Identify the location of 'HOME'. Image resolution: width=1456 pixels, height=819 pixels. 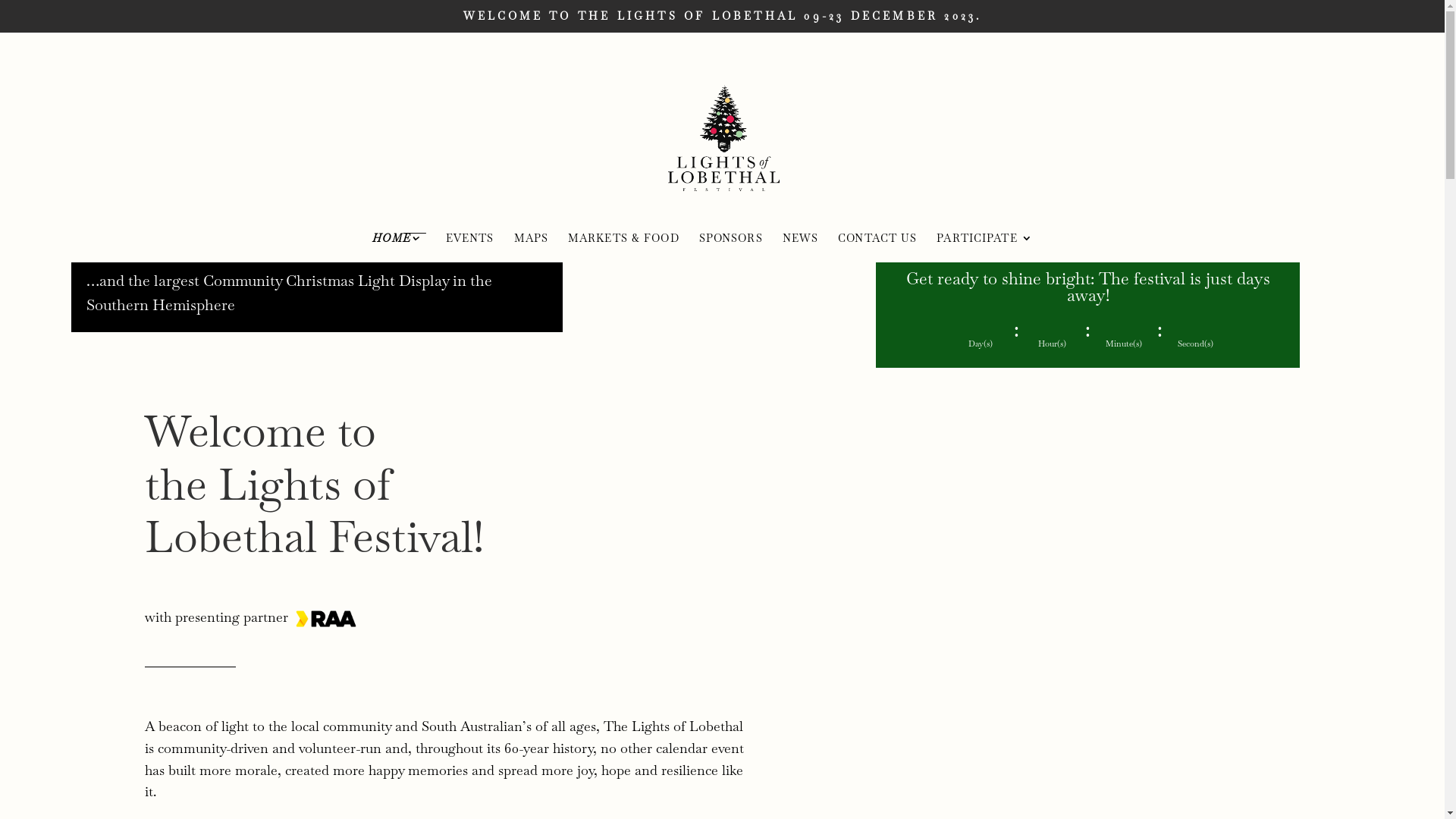
(399, 246).